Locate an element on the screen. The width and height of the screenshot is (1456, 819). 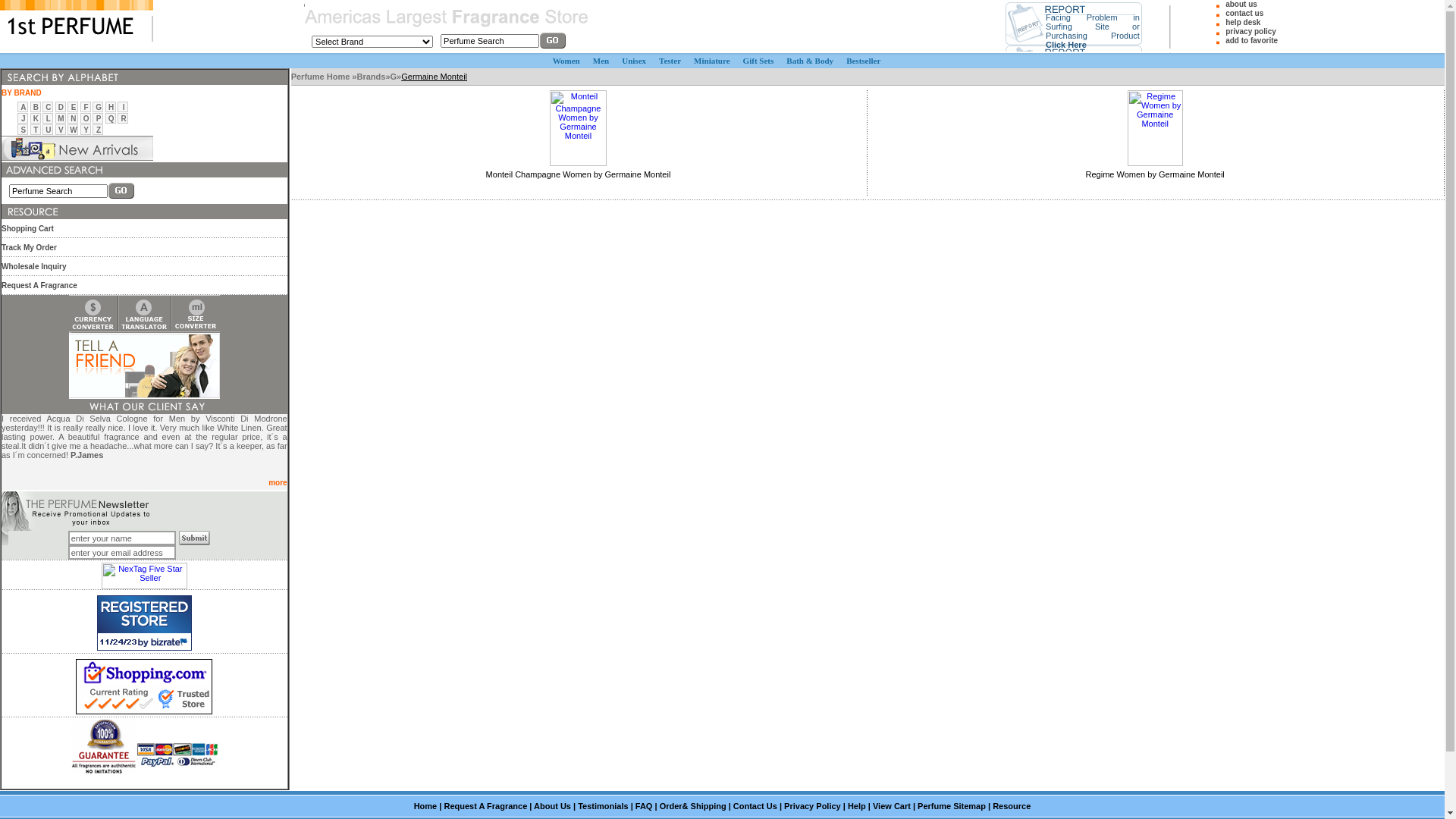
'Gift Sets' is located at coordinates (758, 60).